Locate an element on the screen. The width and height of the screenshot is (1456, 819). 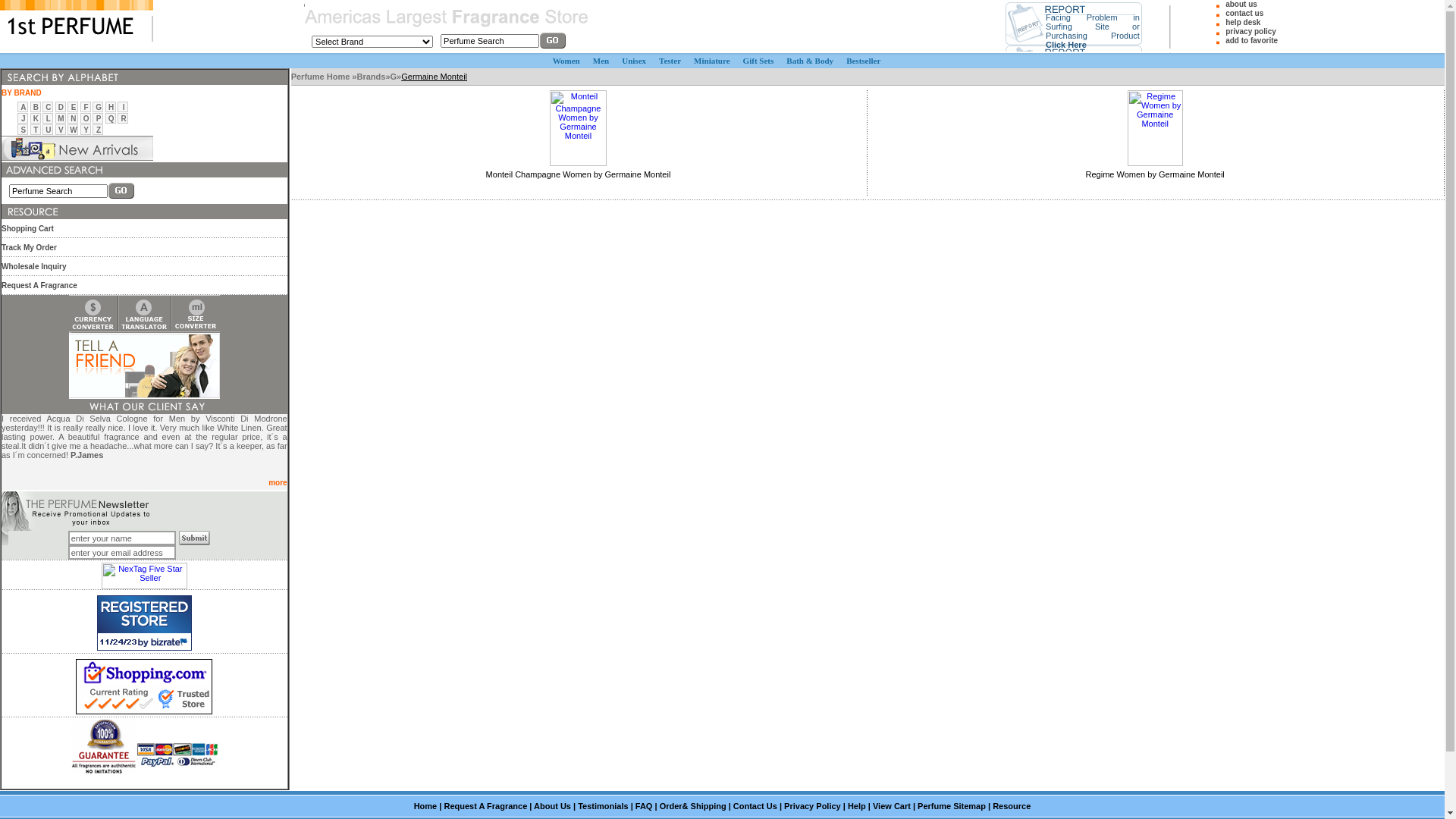
'Gift Sets' is located at coordinates (758, 60).